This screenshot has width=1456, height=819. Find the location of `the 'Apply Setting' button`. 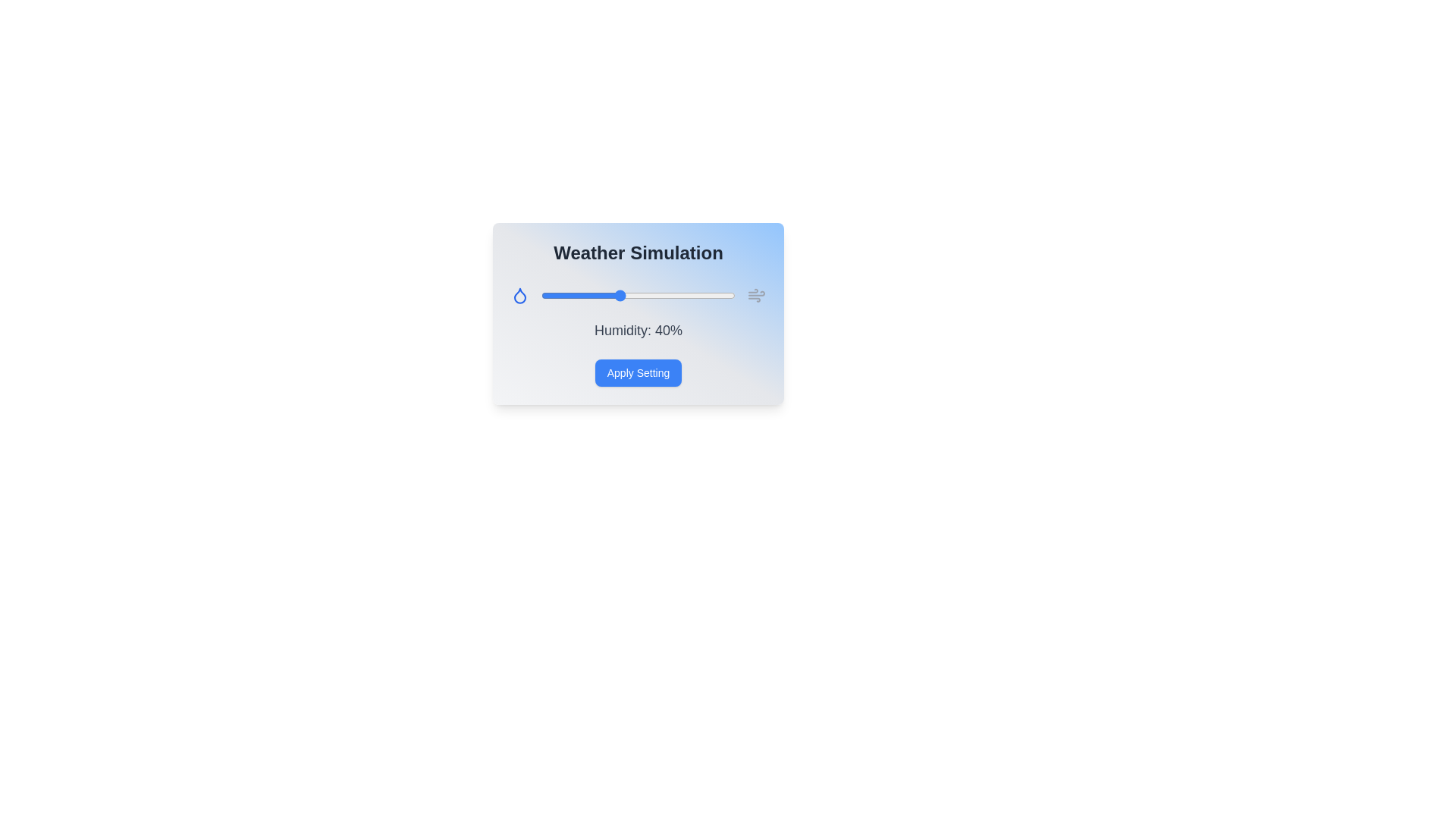

the 'Apply Setting' button is located at coordinates (638, 373).